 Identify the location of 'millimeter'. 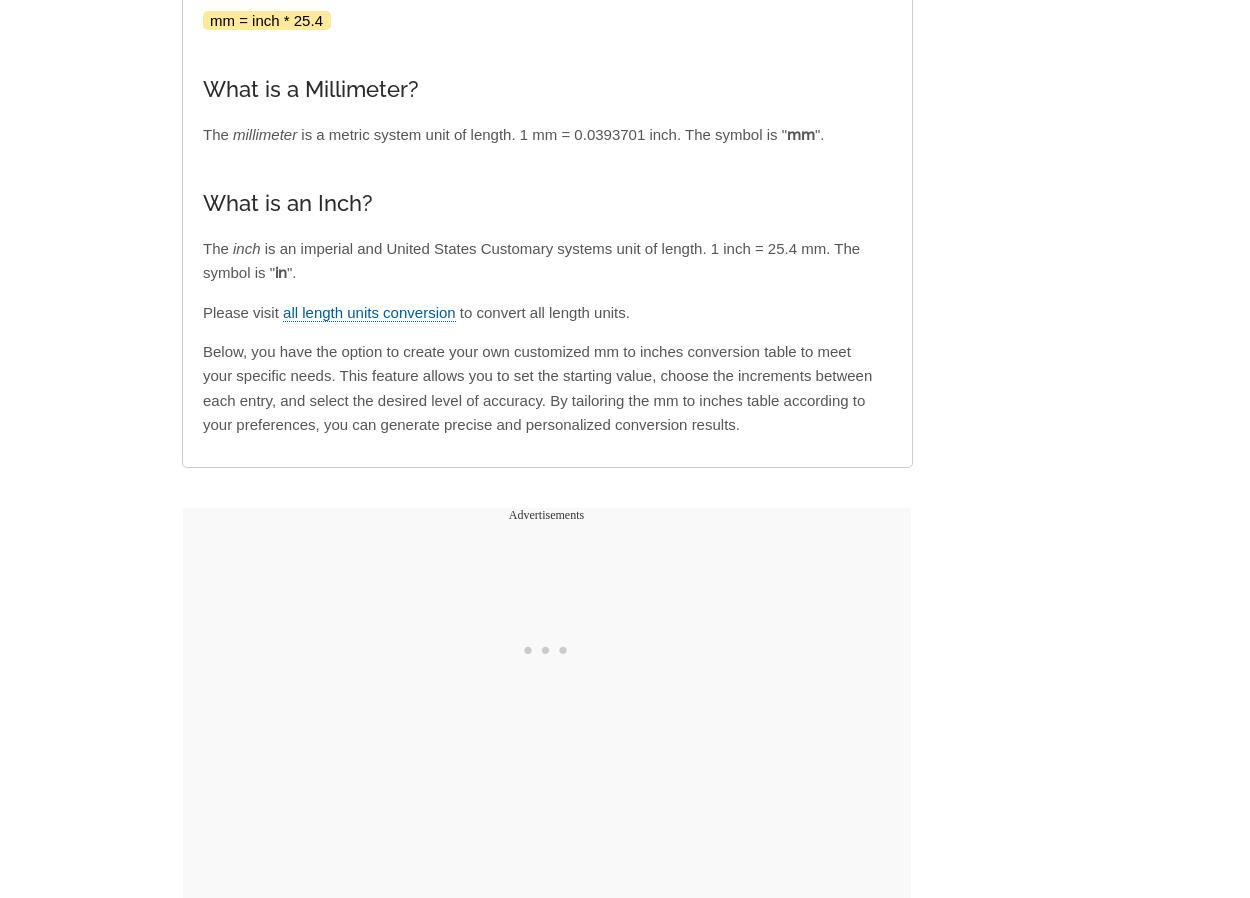
(265, 132).